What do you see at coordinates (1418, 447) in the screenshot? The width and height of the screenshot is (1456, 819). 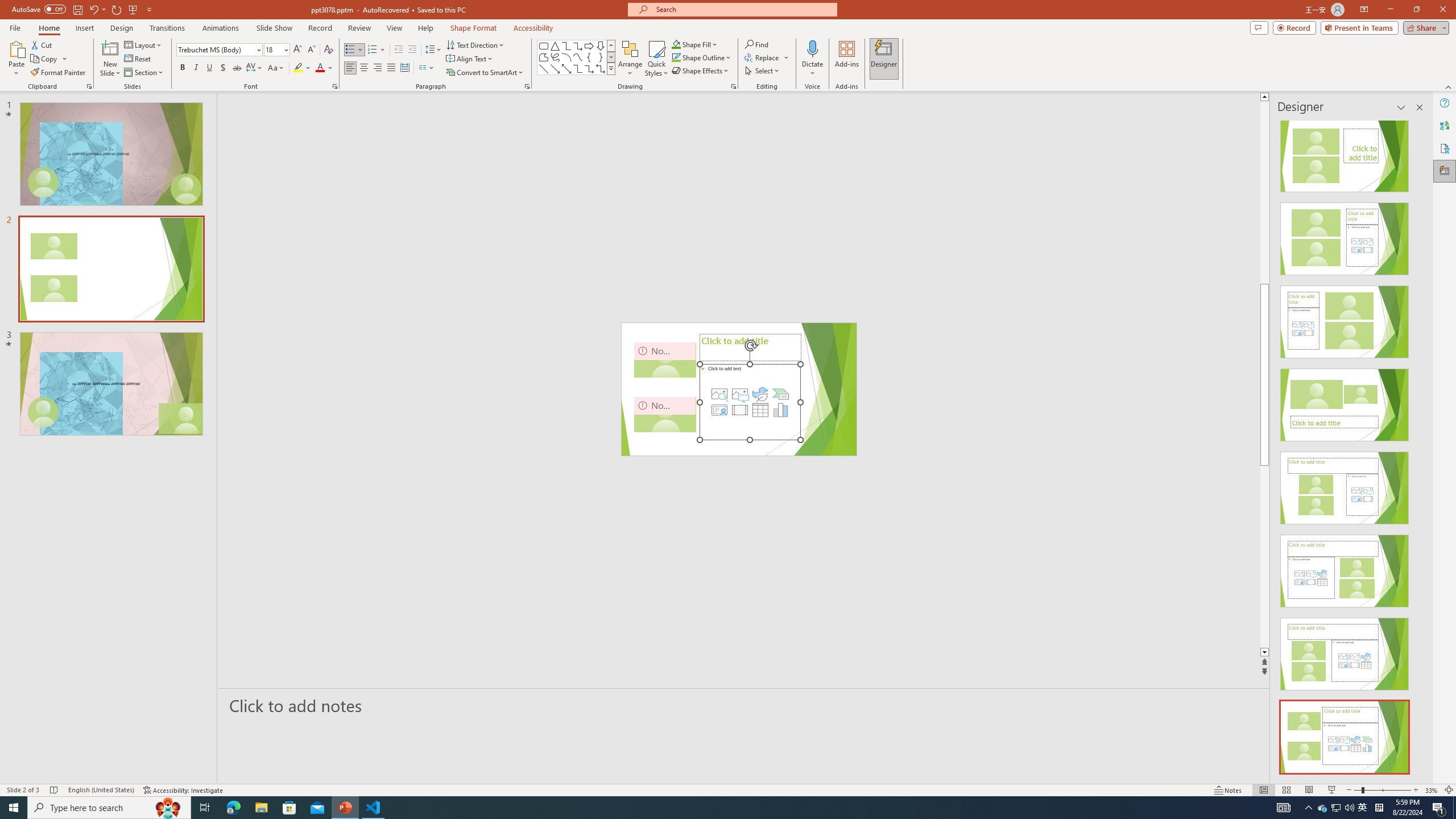 I see `'Class: NetUIScrollBar'` at bounding box center [1418, 447].